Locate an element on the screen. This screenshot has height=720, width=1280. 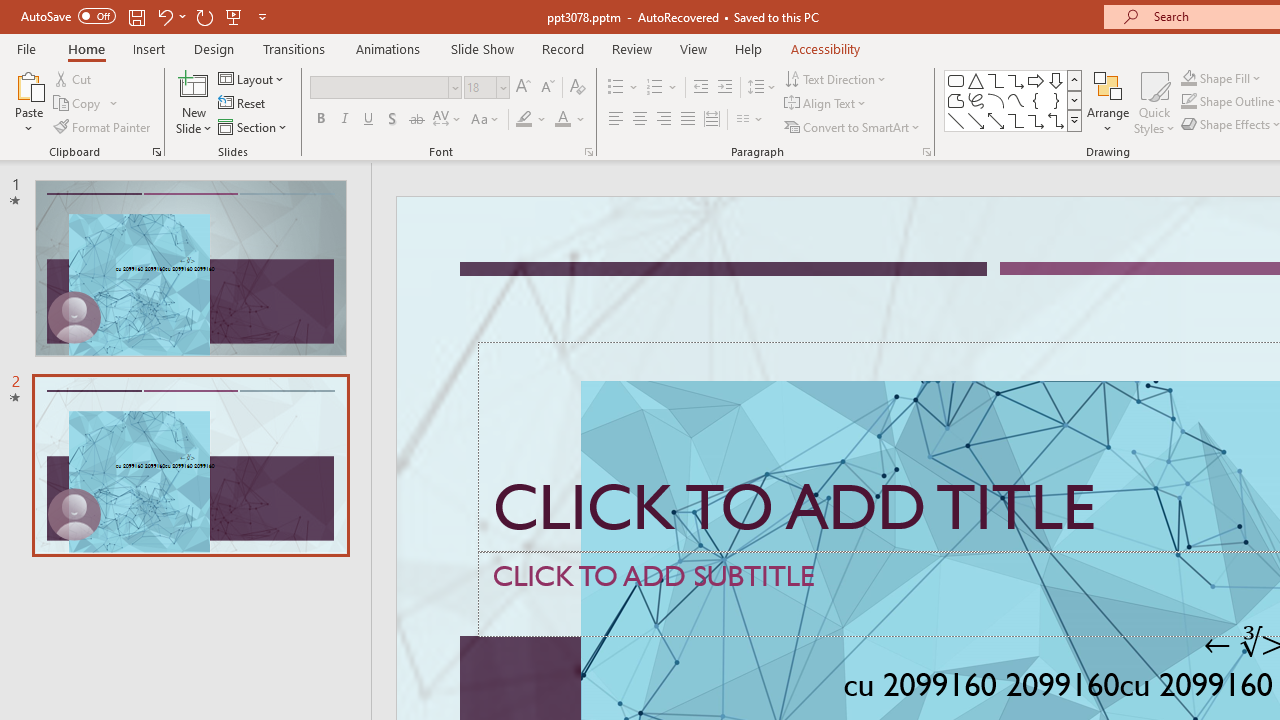
'Connector: Elbow Double-Arrow' is located at coordinates (1055, 120).